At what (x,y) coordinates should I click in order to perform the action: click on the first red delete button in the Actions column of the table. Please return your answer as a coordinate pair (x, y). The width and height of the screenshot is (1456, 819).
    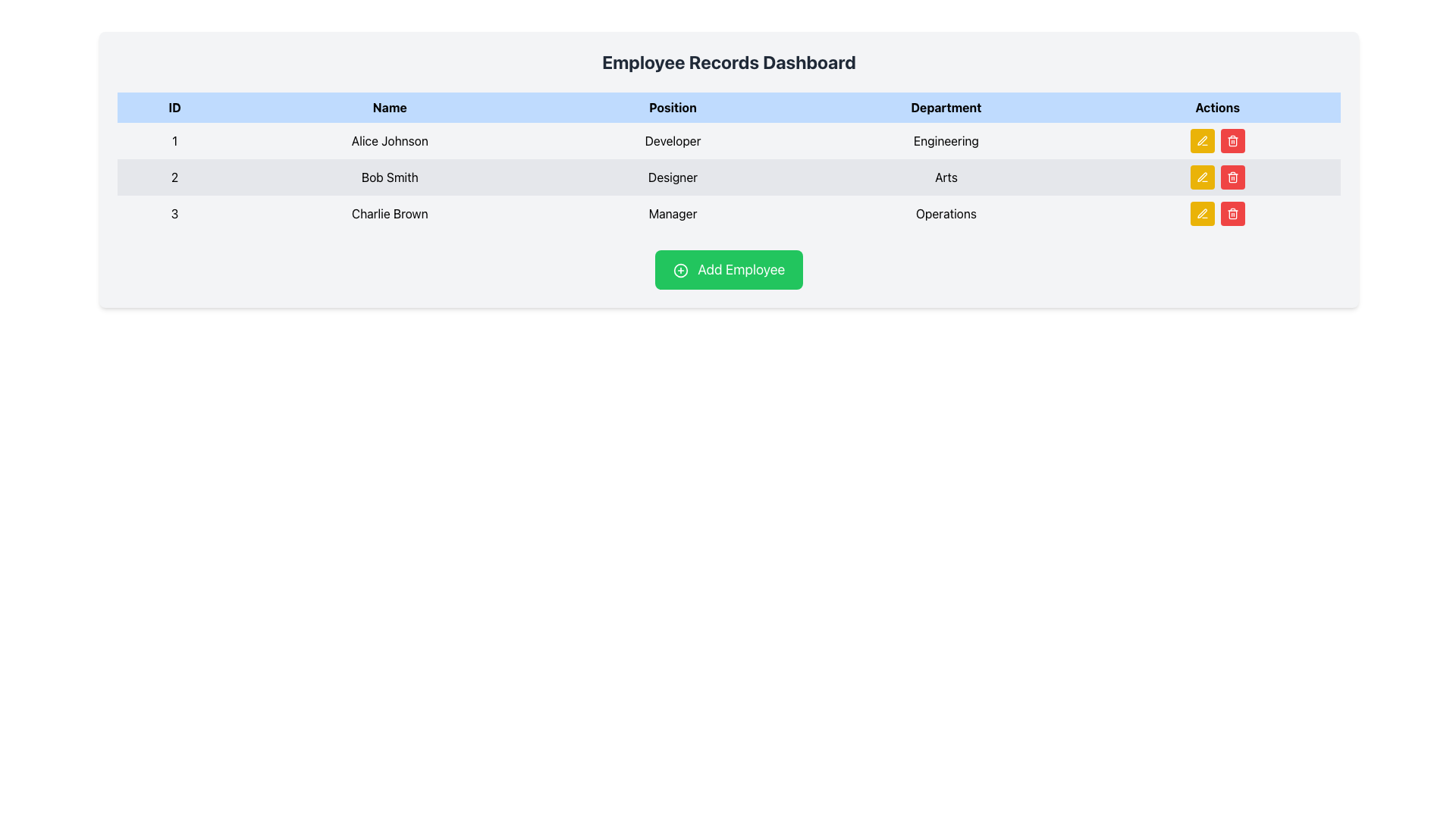
    Looking at the image, I should click on (1232, 177).